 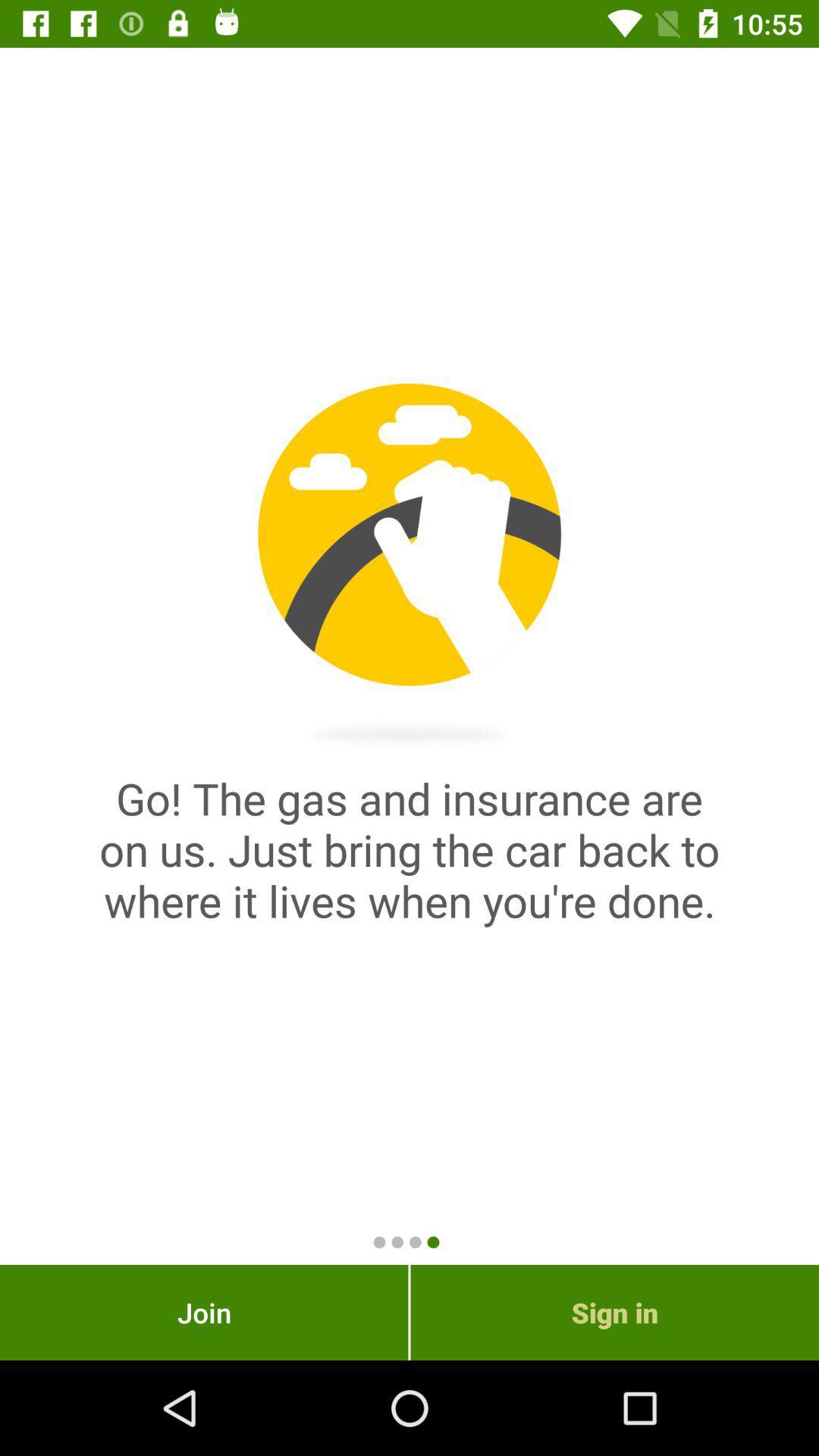 I want to click on icon next to the join, so click(x=614, y=1312).